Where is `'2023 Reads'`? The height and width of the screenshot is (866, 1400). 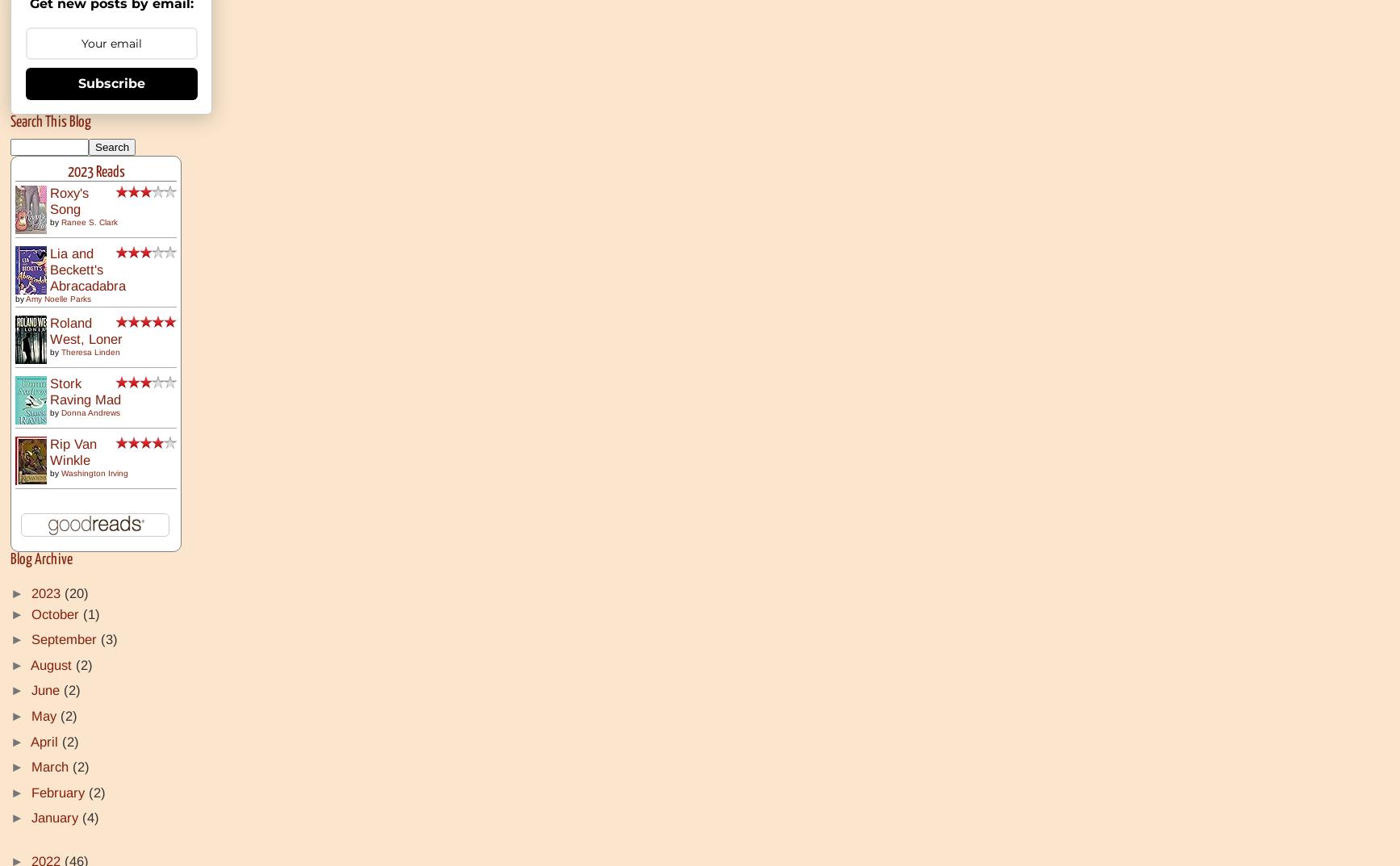
'2023 Reads' is located at coordinates (95, 171).